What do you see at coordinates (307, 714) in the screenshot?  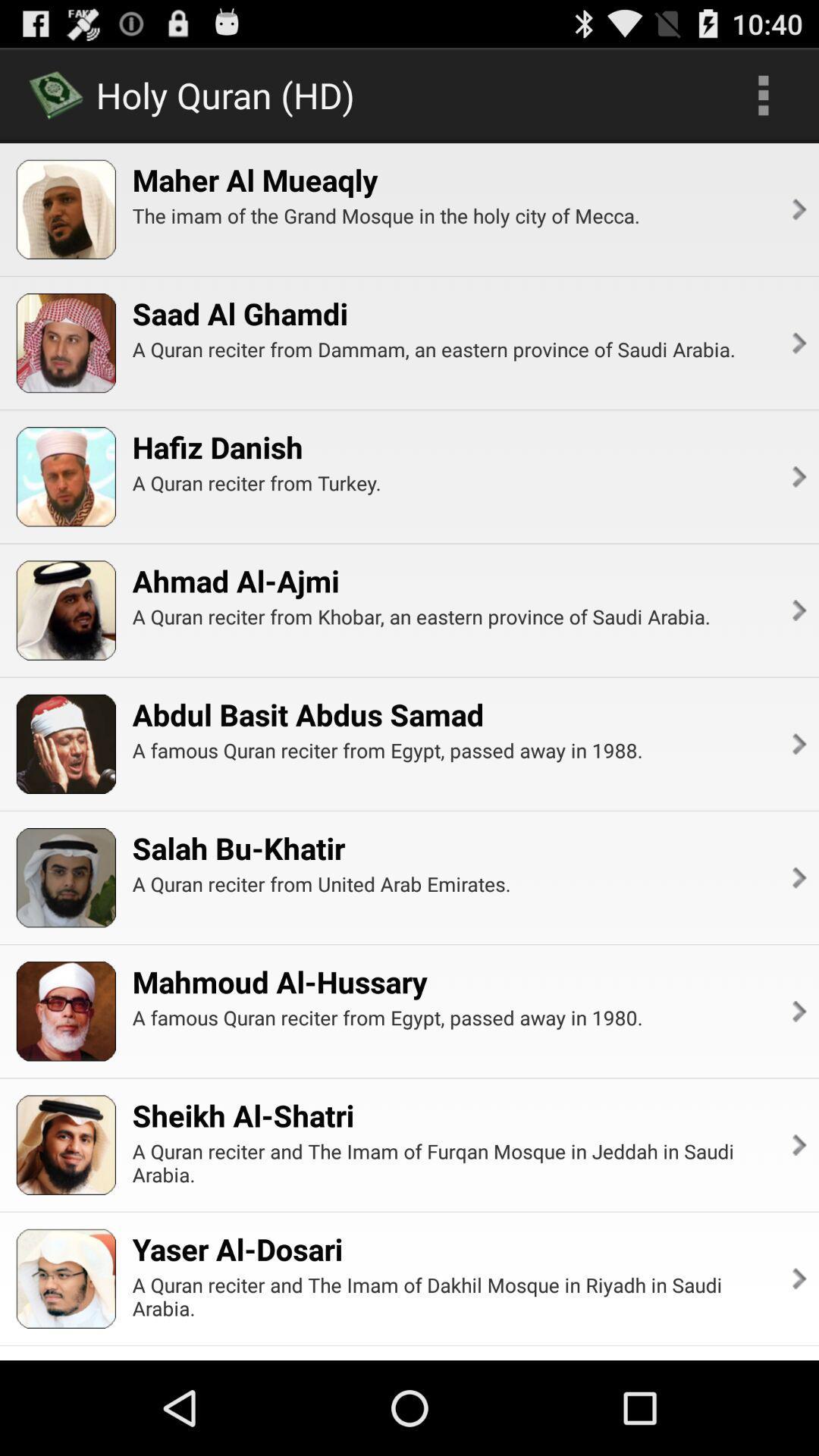 I see `the abdul basit abdus item` at bounding box center [307, 714].